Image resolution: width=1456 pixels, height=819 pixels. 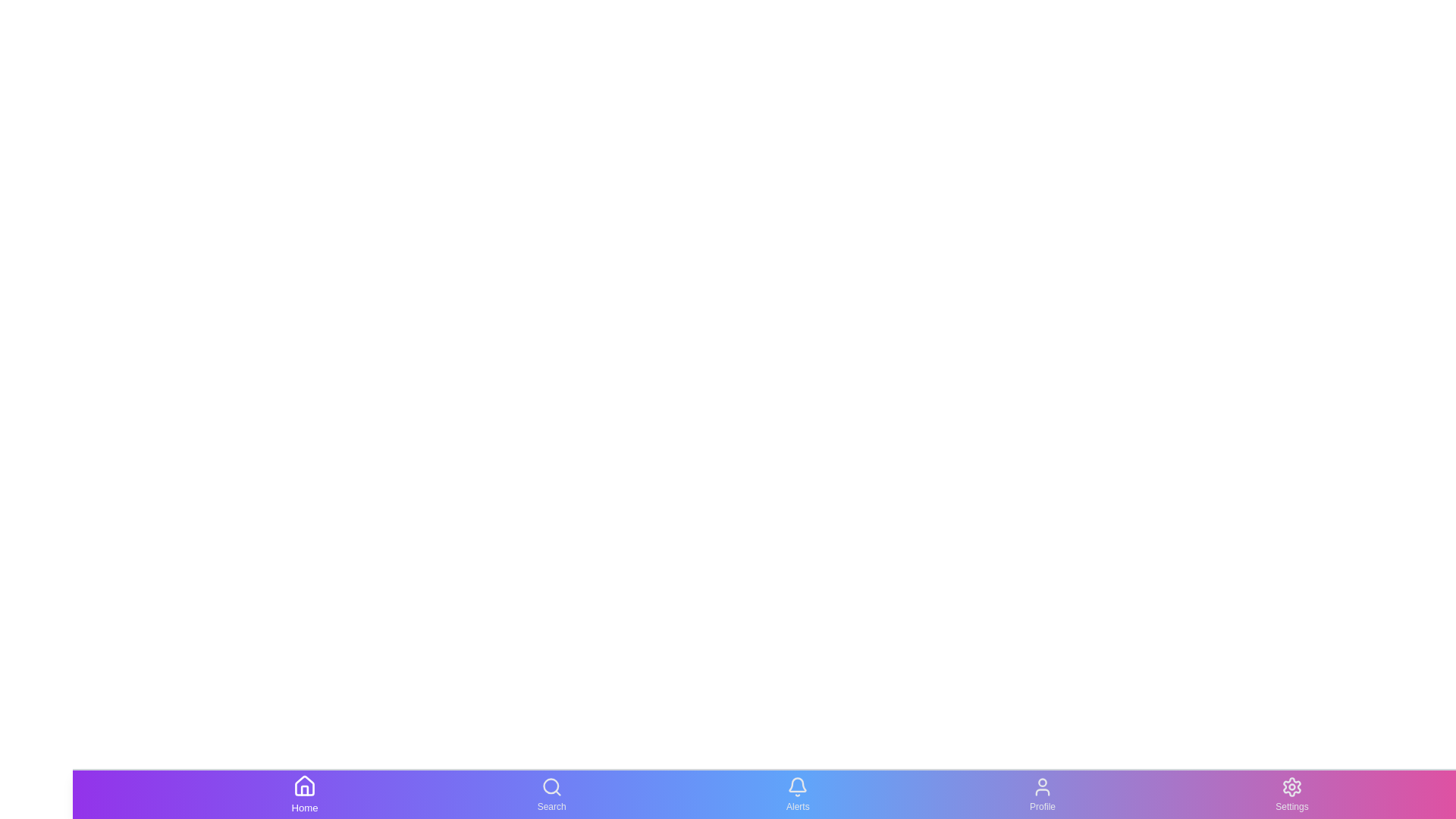 I want to click on the Profile tab in the bottom navigation bar, so click(x=1041, y=794).